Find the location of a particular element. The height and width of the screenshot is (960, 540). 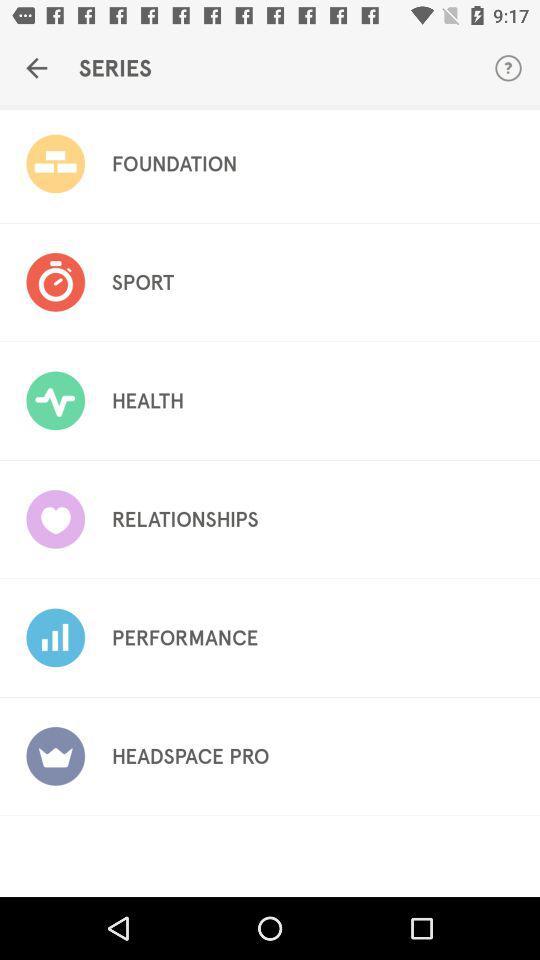

the help icon next to series is located at coordinates (508, 68).